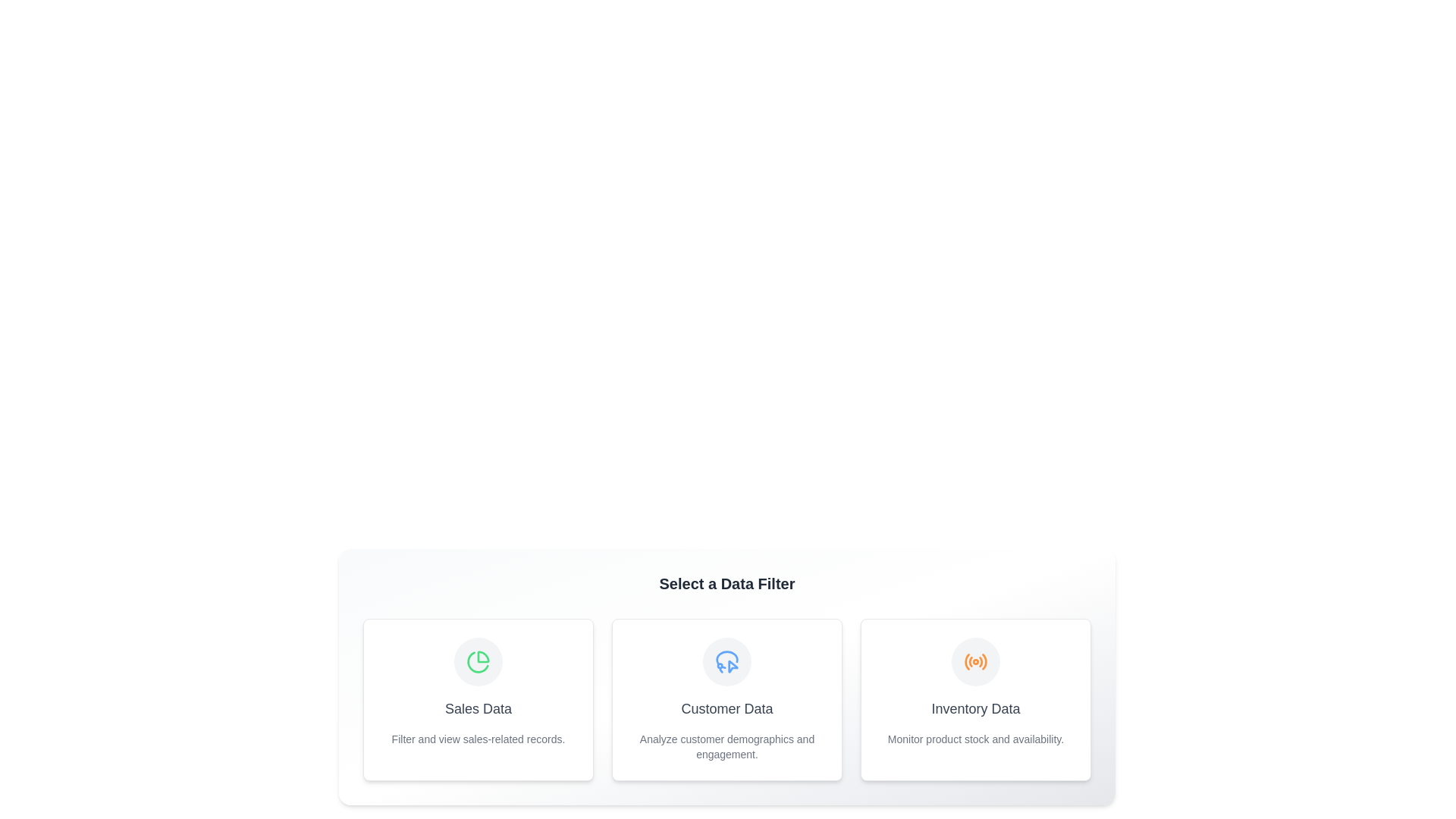  Describe the element at coordinates (975, 739) in the screenshot. I see `the informational text located at the bottom of the 'Inventory Data' card, which describes monitoring product stock and availability` at that location.